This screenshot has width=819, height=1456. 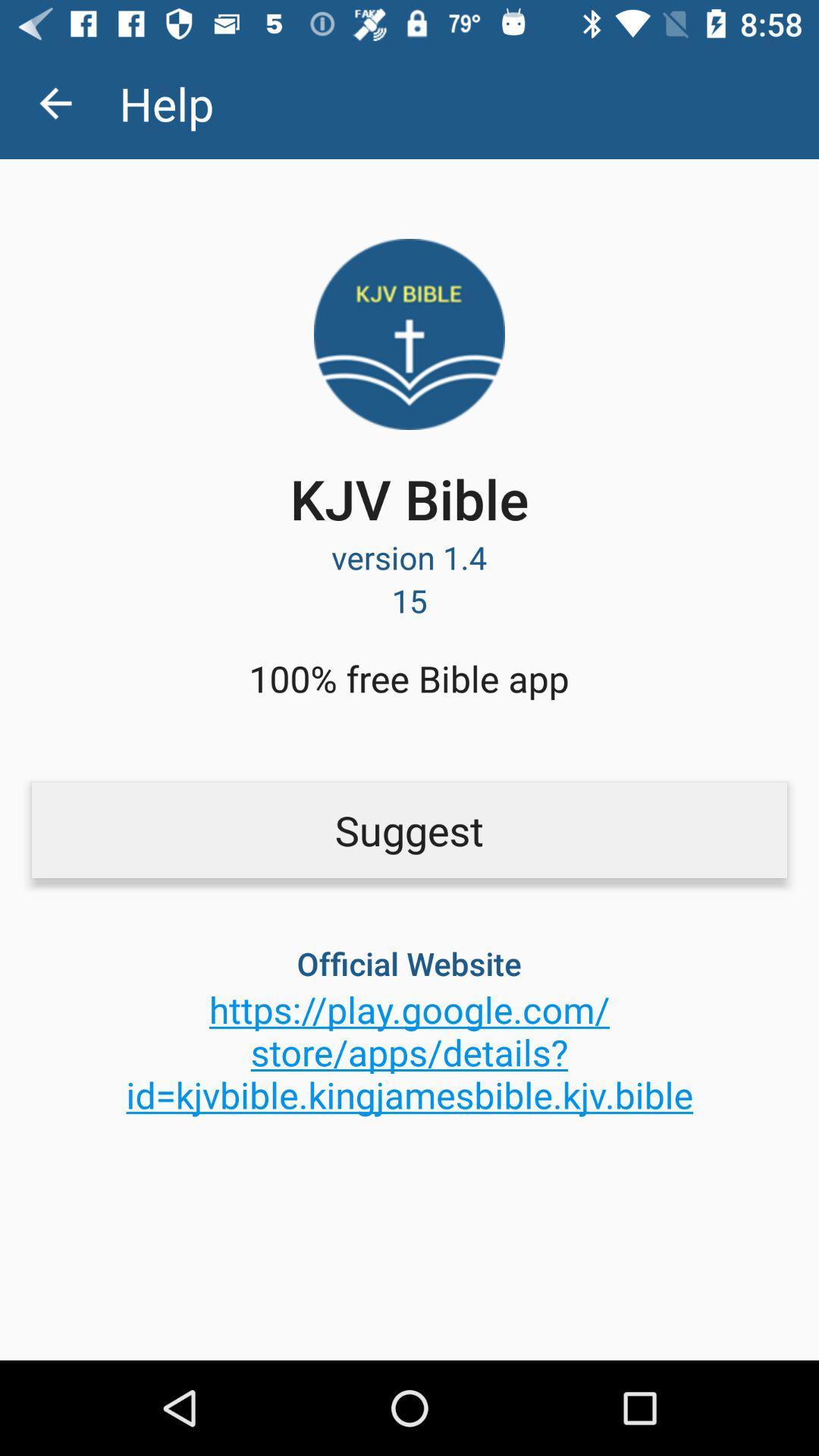 I want to click on 100 free bible item, so click(x=408, y=677).